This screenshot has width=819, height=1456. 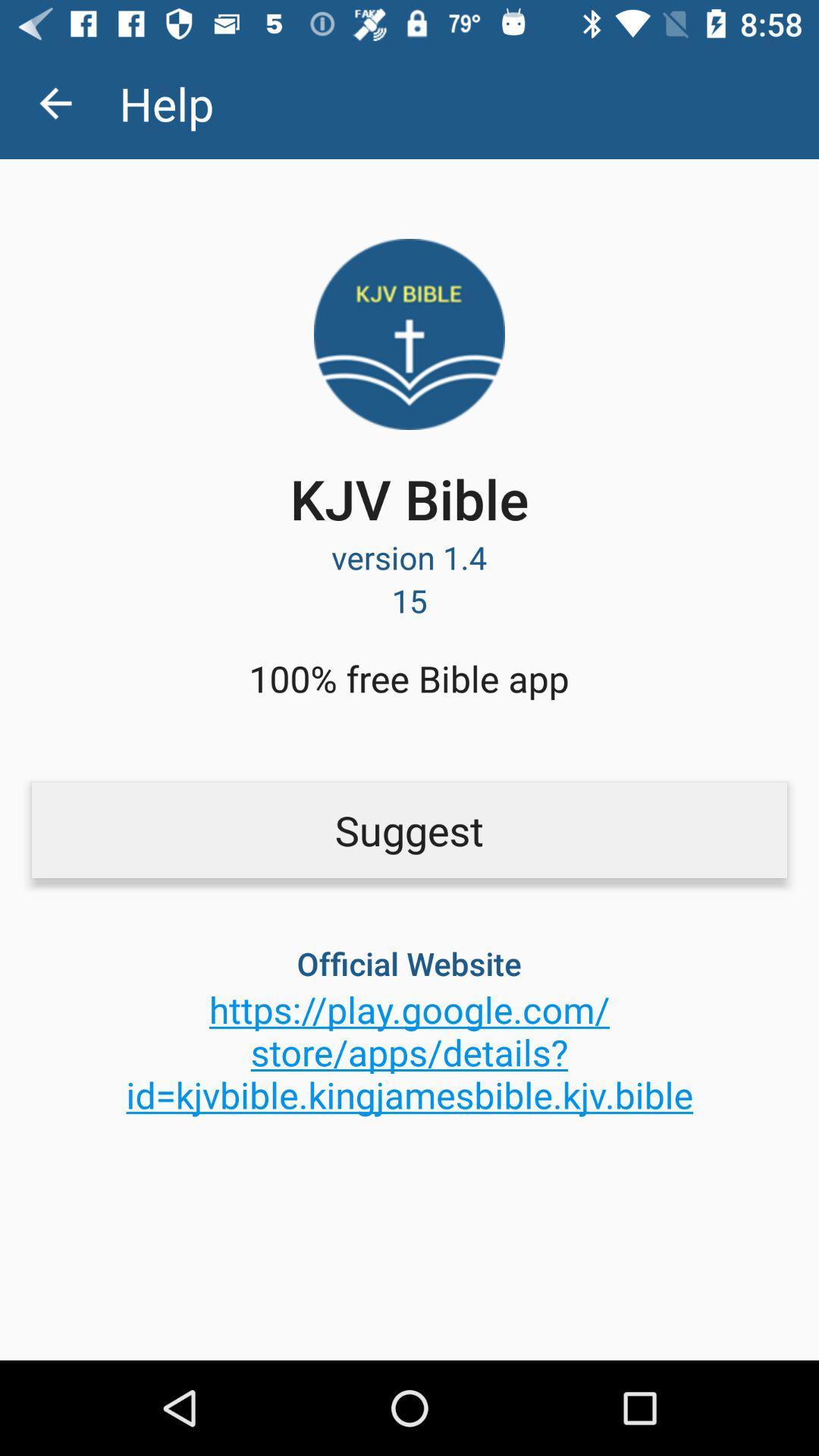 I want to click on 100 free bible item, so click(x=408, y=677).